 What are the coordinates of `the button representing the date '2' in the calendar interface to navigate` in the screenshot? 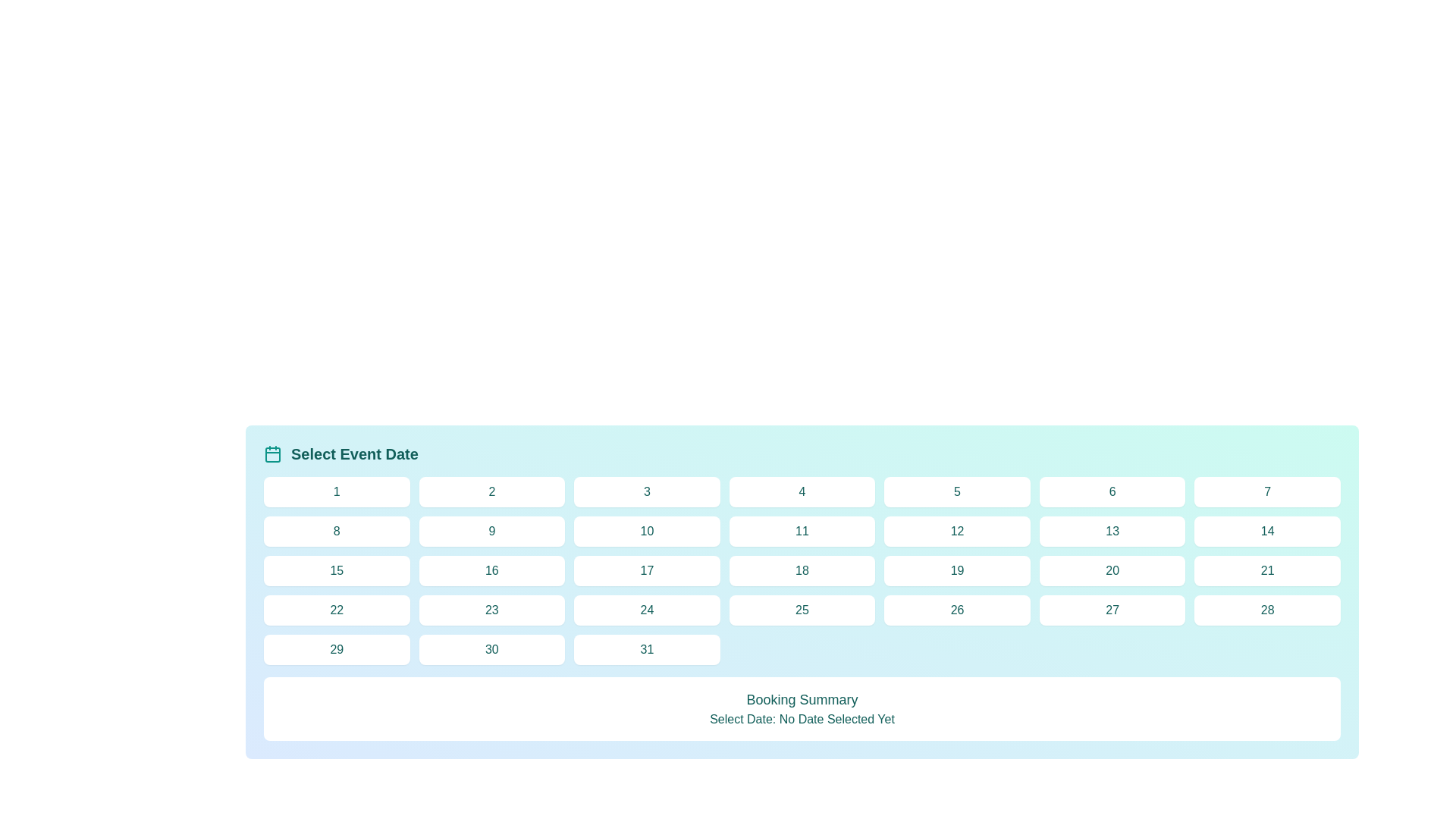 It's located at (491, 491).